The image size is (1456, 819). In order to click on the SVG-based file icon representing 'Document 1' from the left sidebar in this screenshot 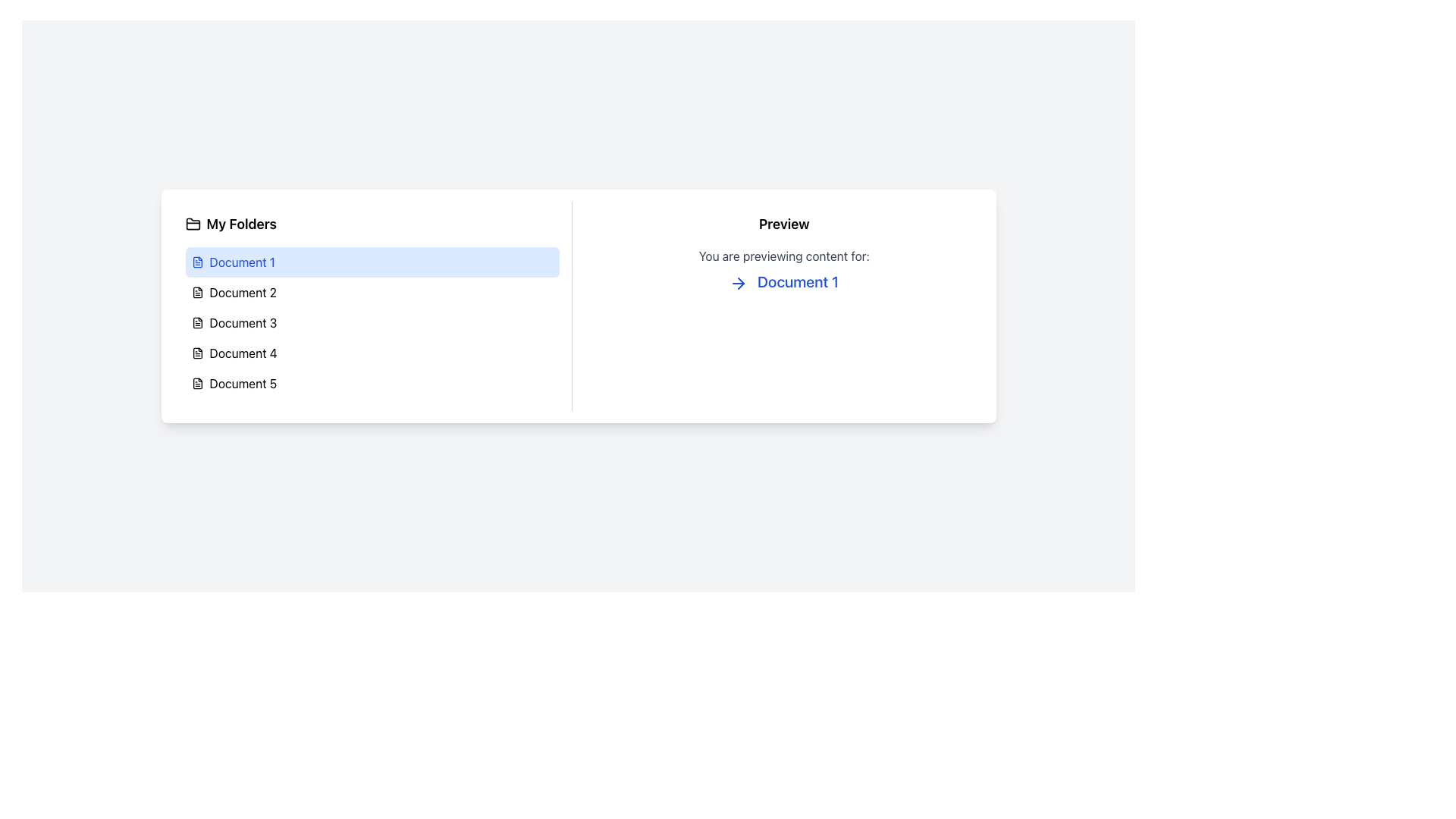, I will do `click(196, 262)`.